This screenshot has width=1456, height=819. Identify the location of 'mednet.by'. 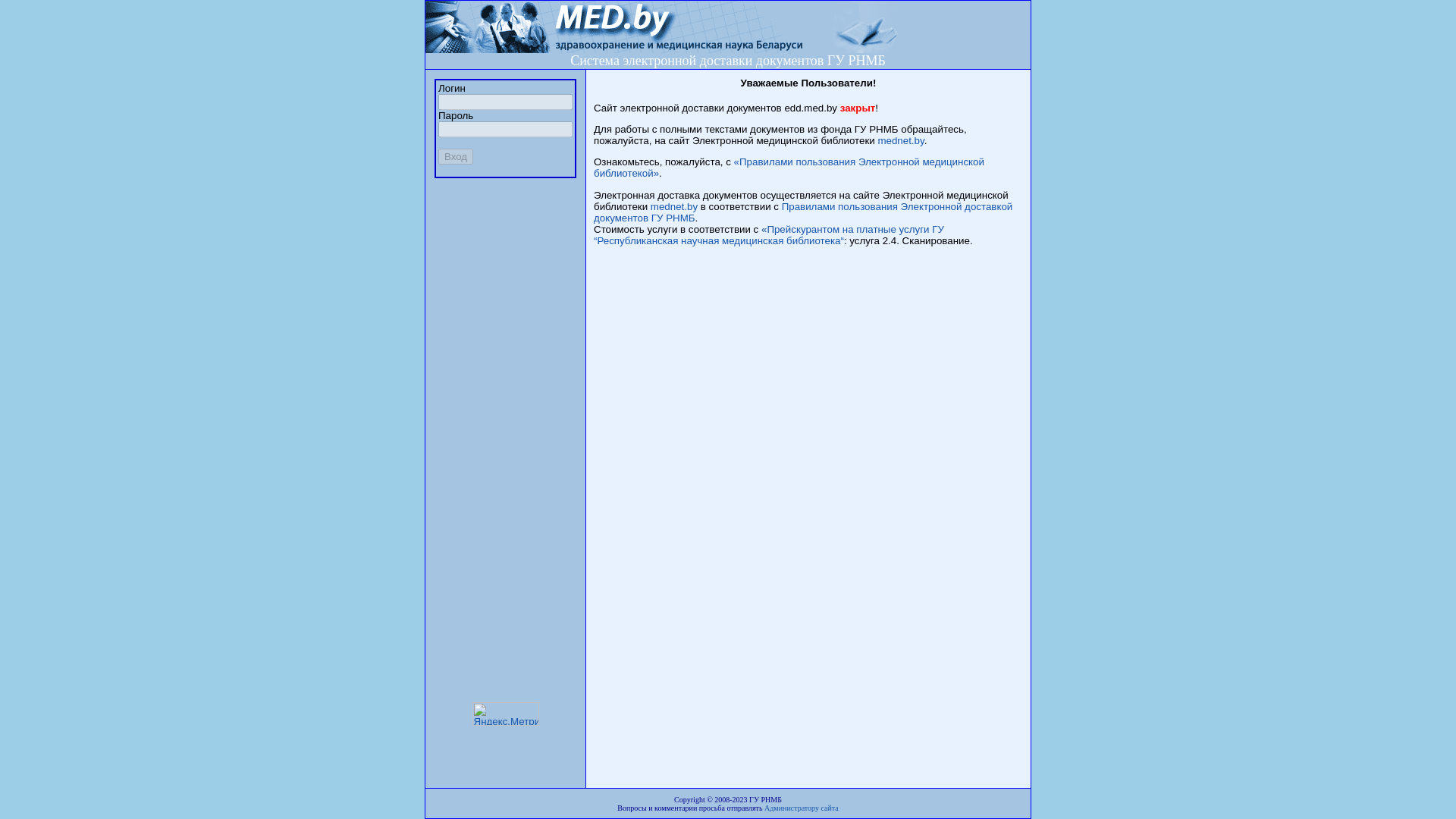
(673, 206).